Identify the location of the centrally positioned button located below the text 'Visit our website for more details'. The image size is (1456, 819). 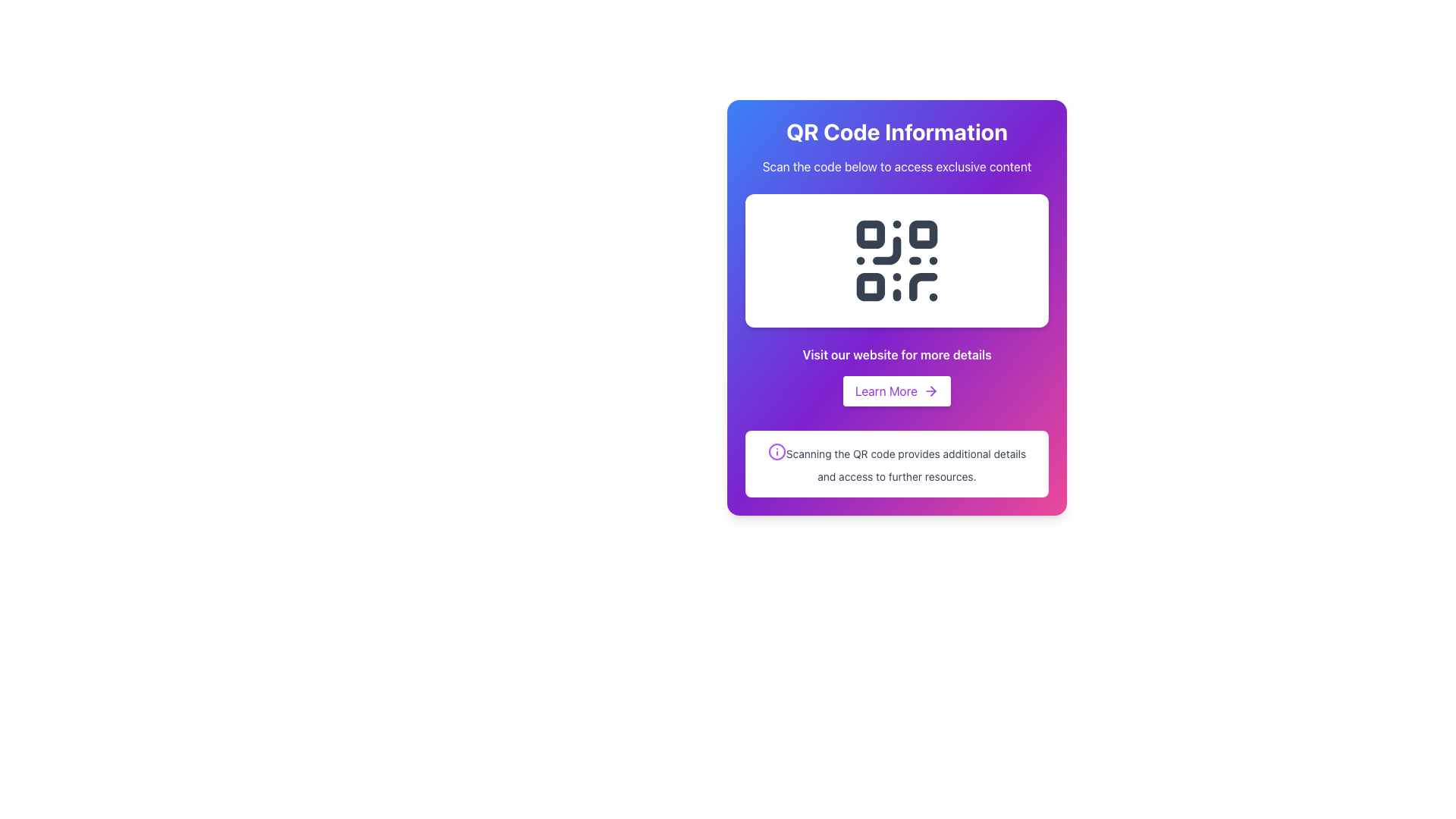
(896, 391).